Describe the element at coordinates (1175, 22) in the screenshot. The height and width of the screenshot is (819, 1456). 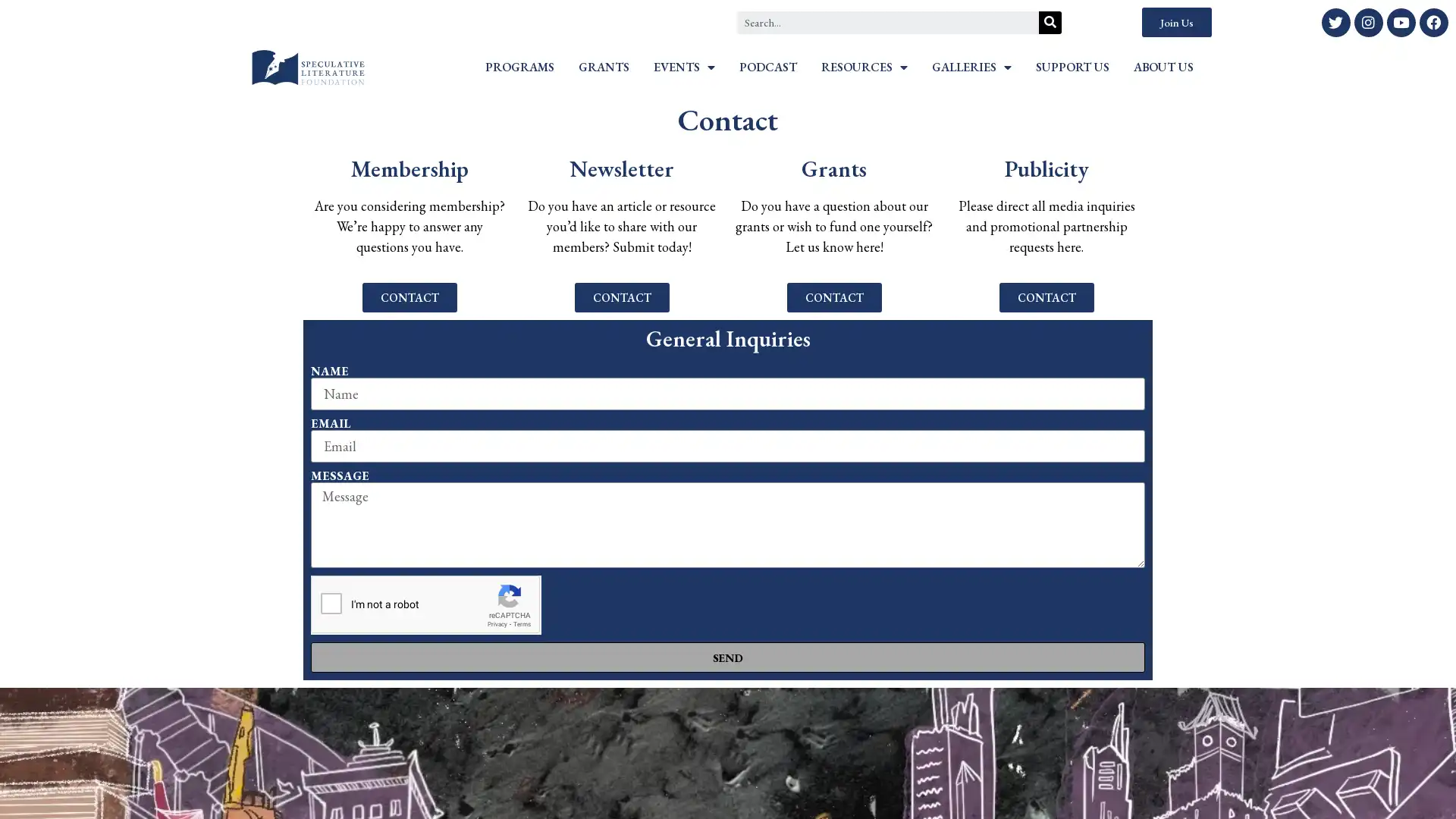
I see `Join Us` at that location.